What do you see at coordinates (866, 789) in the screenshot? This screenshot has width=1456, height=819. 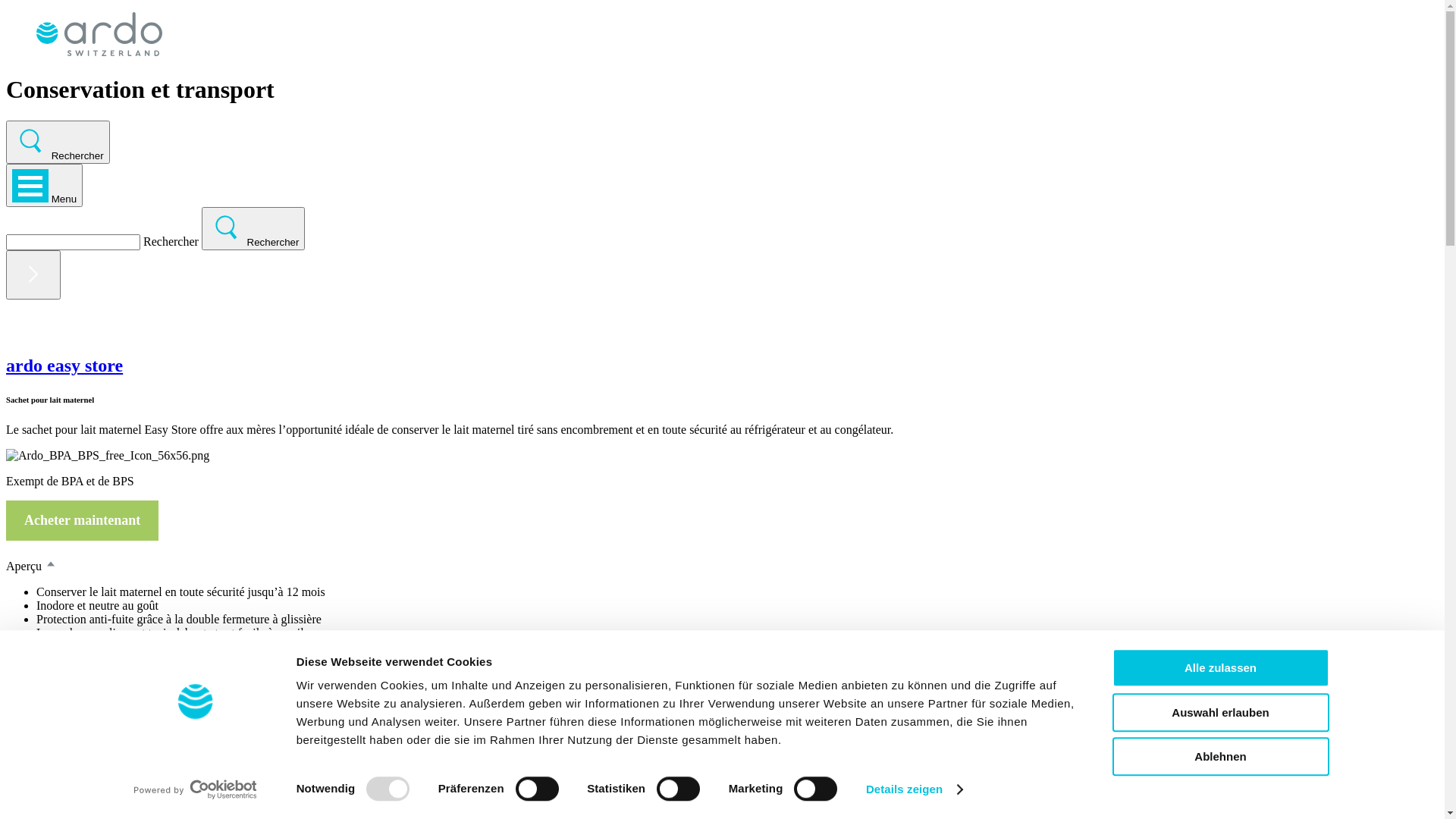 I see `'Details zeigen'` at bounding box center [866, 789].